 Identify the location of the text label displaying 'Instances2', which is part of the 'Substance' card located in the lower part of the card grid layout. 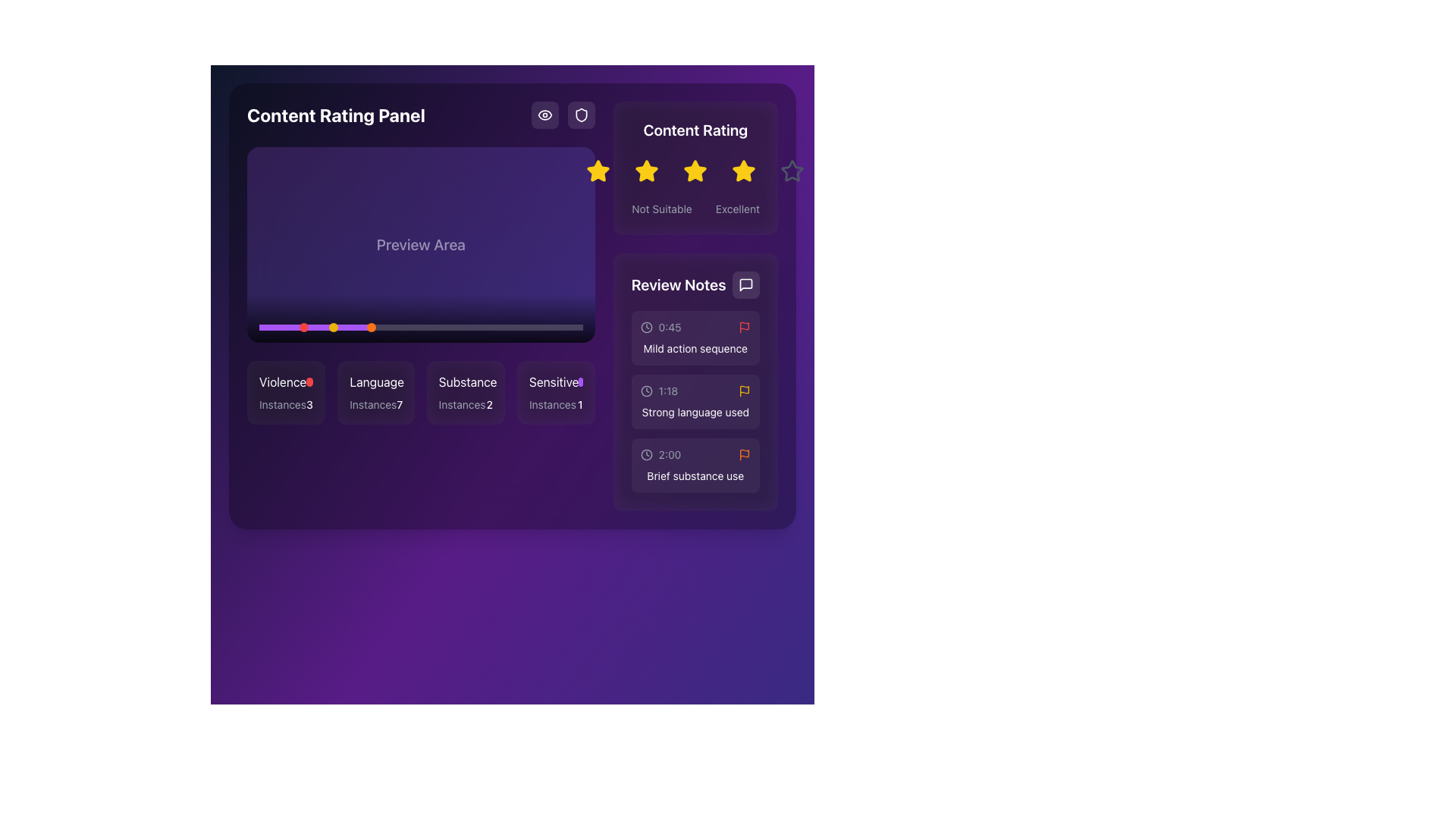
(465, 403).